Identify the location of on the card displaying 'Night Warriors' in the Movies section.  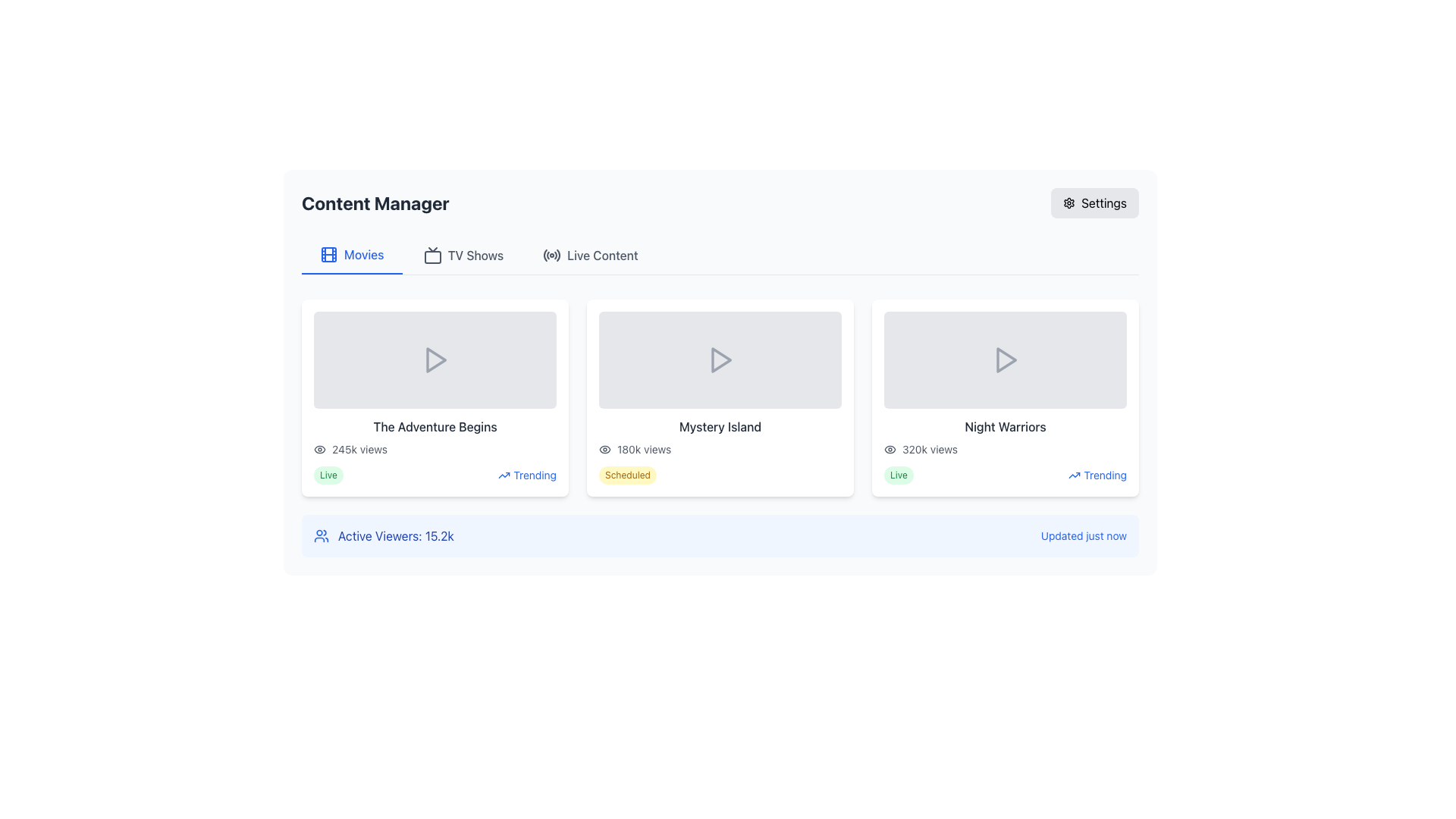
(1005, 397).